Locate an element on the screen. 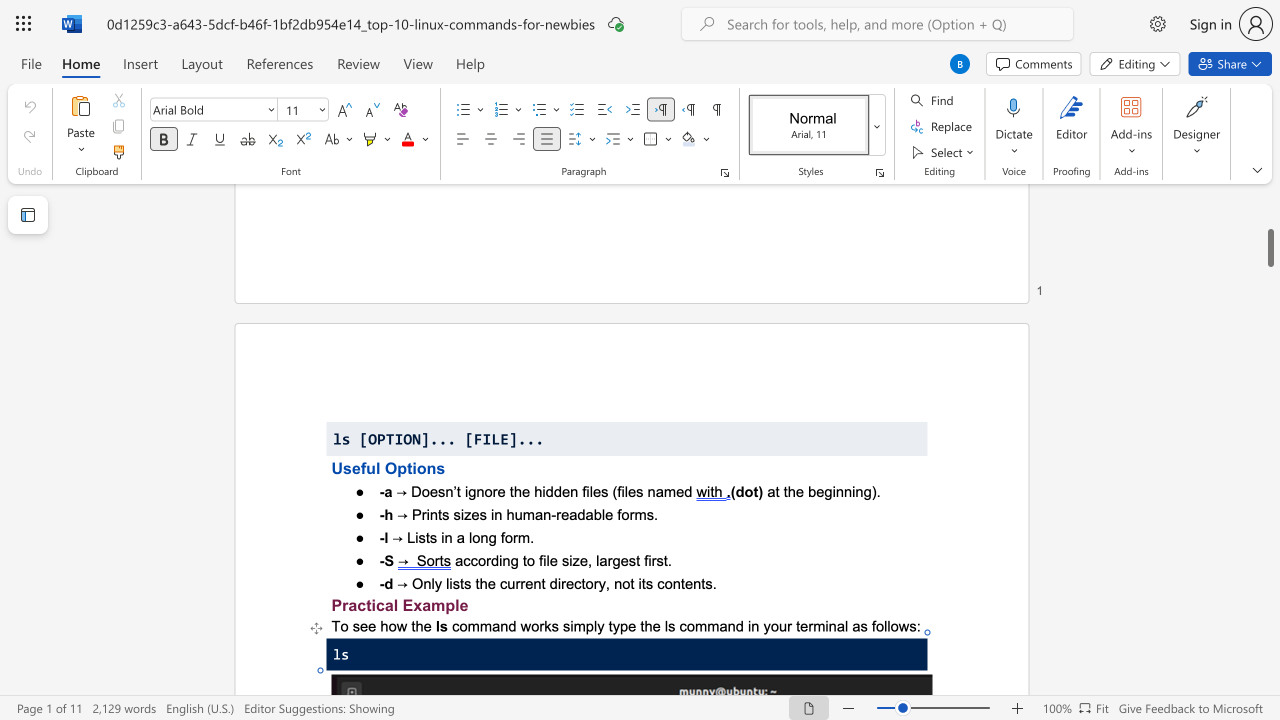 This screenshot has width=1280, height=720. the space between the continuous character "O" and "P" in the text is located at coordinates (376, 438).